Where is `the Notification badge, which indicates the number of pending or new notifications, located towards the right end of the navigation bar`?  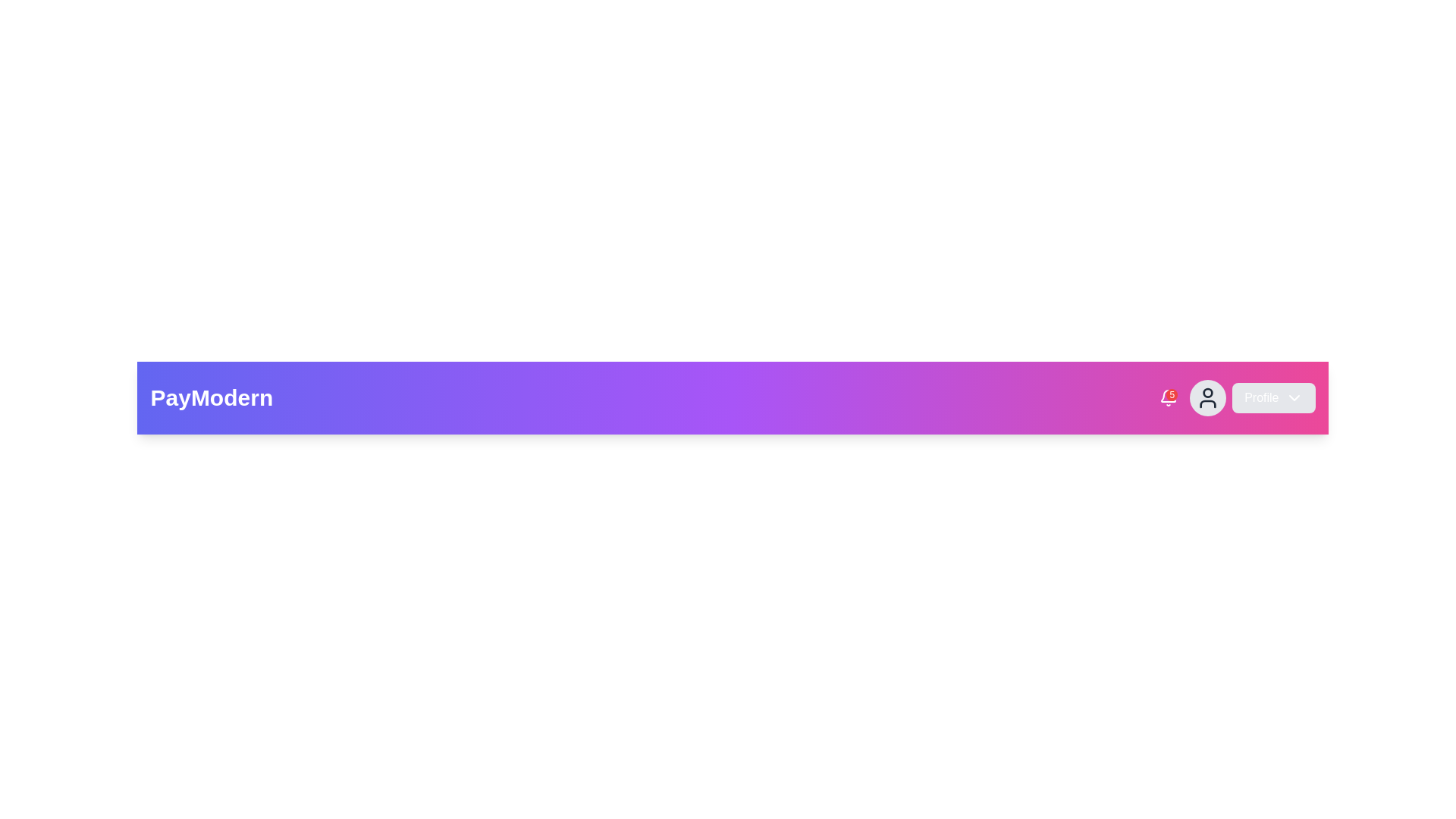
the Notification badge, which indicates the number of pending or new notifications, located towards the right end of the navigation bar is located at coordinates (1168, 397).